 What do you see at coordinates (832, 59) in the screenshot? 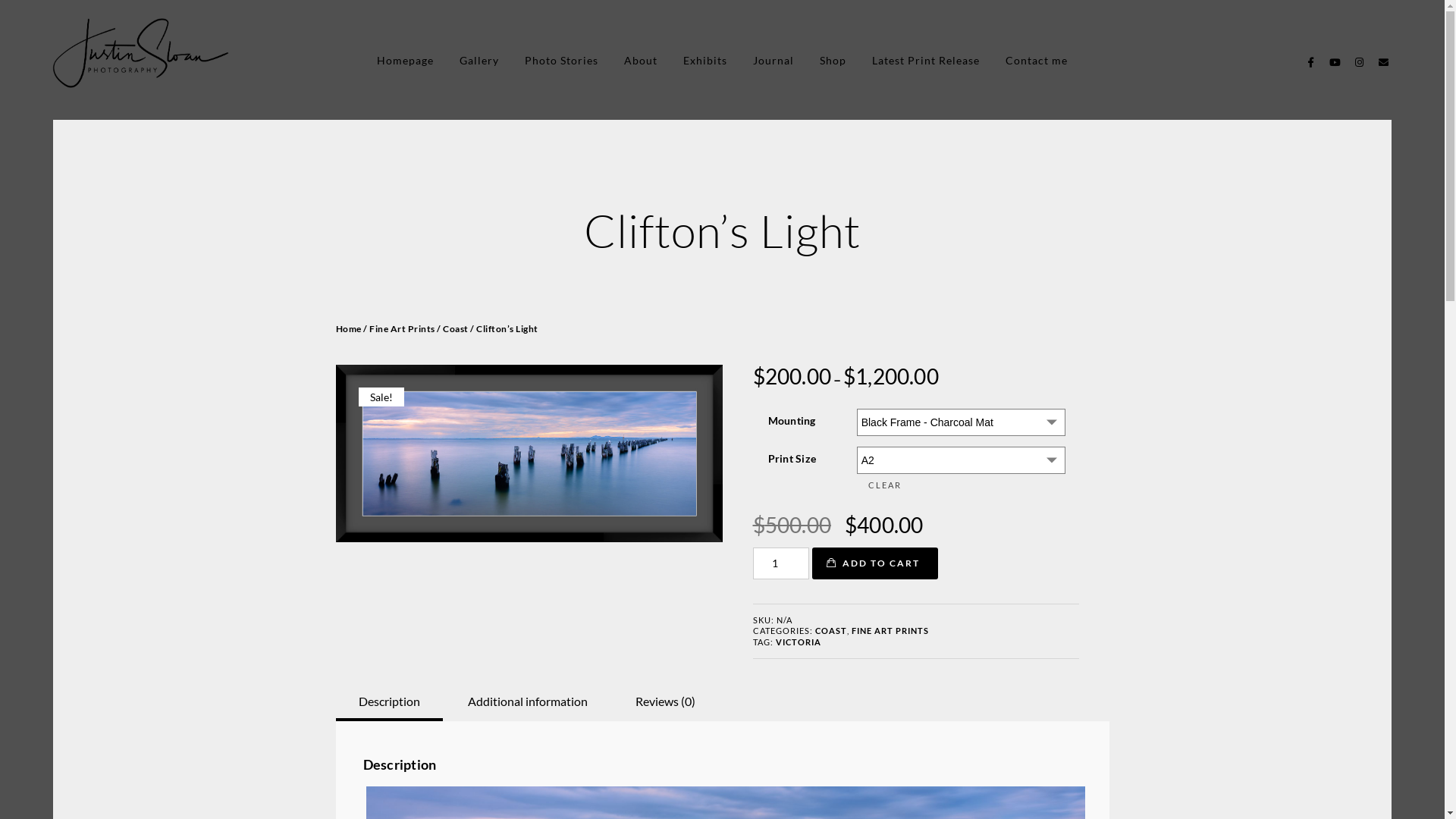
I see `'Shop'` at bounding box center [832, 59].